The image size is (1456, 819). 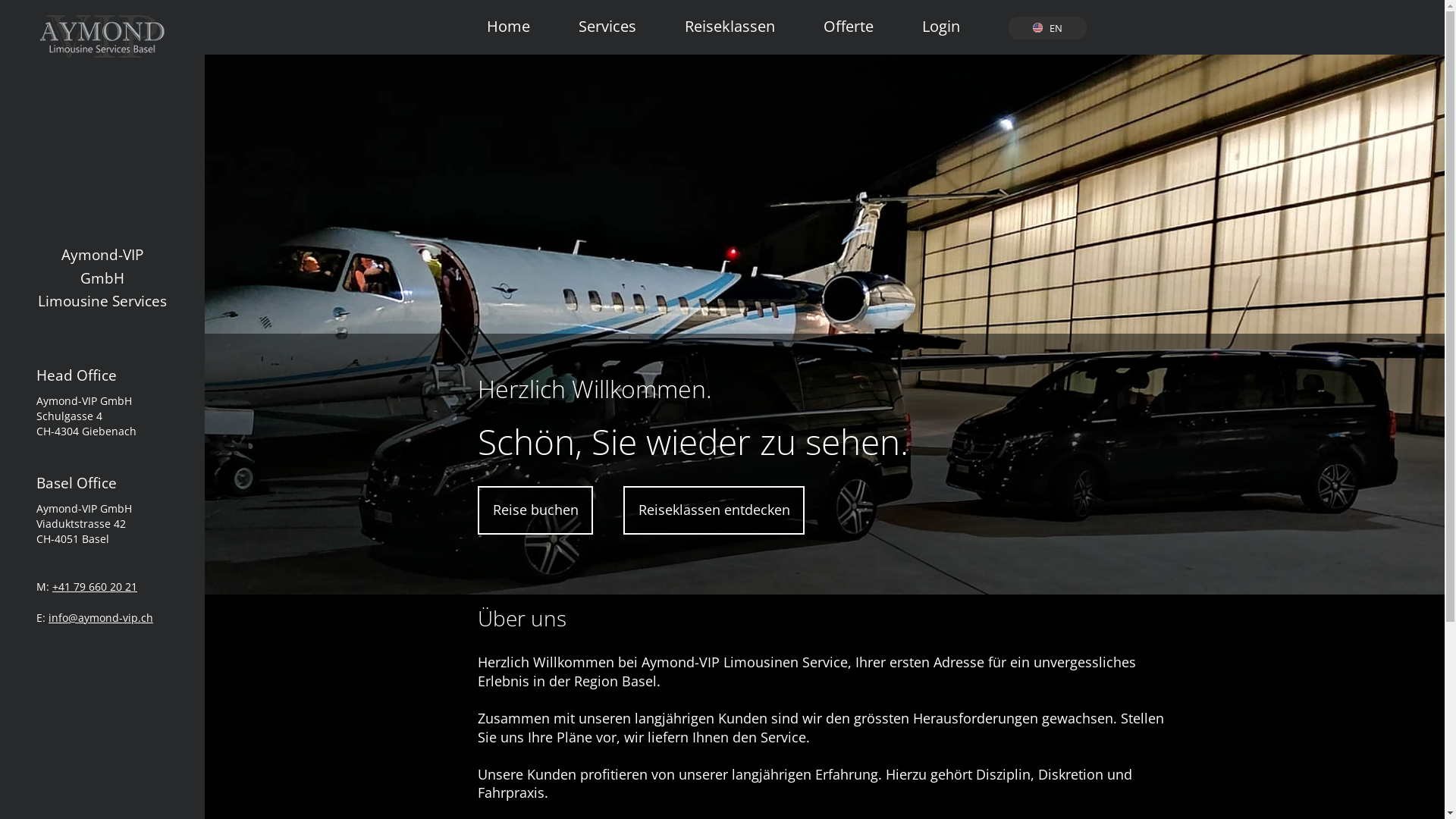 I want to click on 'Services', so click(x=607, y=18).